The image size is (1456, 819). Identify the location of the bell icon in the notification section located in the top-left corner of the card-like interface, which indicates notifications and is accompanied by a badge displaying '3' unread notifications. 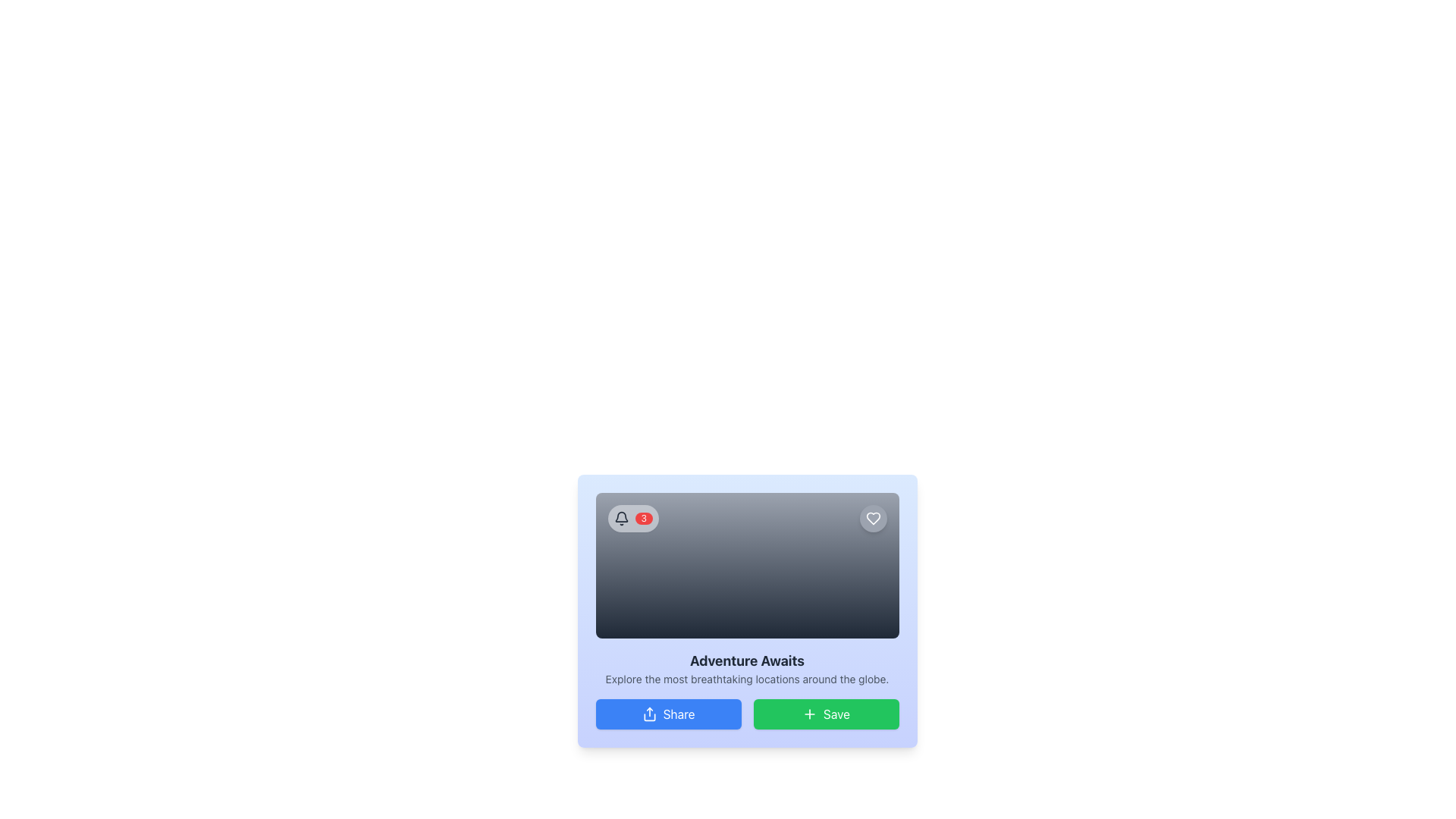
(621, 517).